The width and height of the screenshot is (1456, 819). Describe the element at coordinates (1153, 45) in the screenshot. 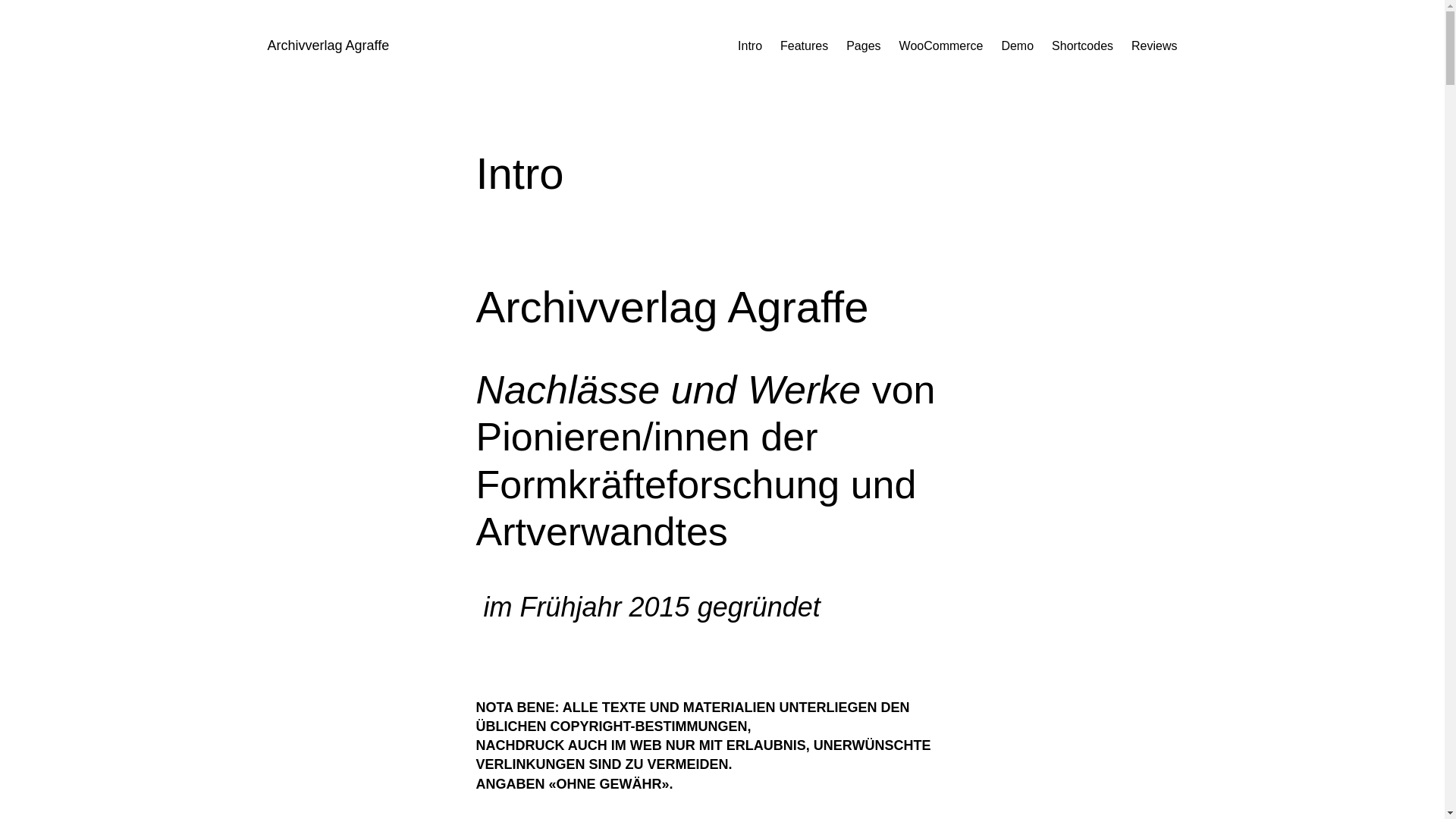

I see `'Reviews'` at that location.